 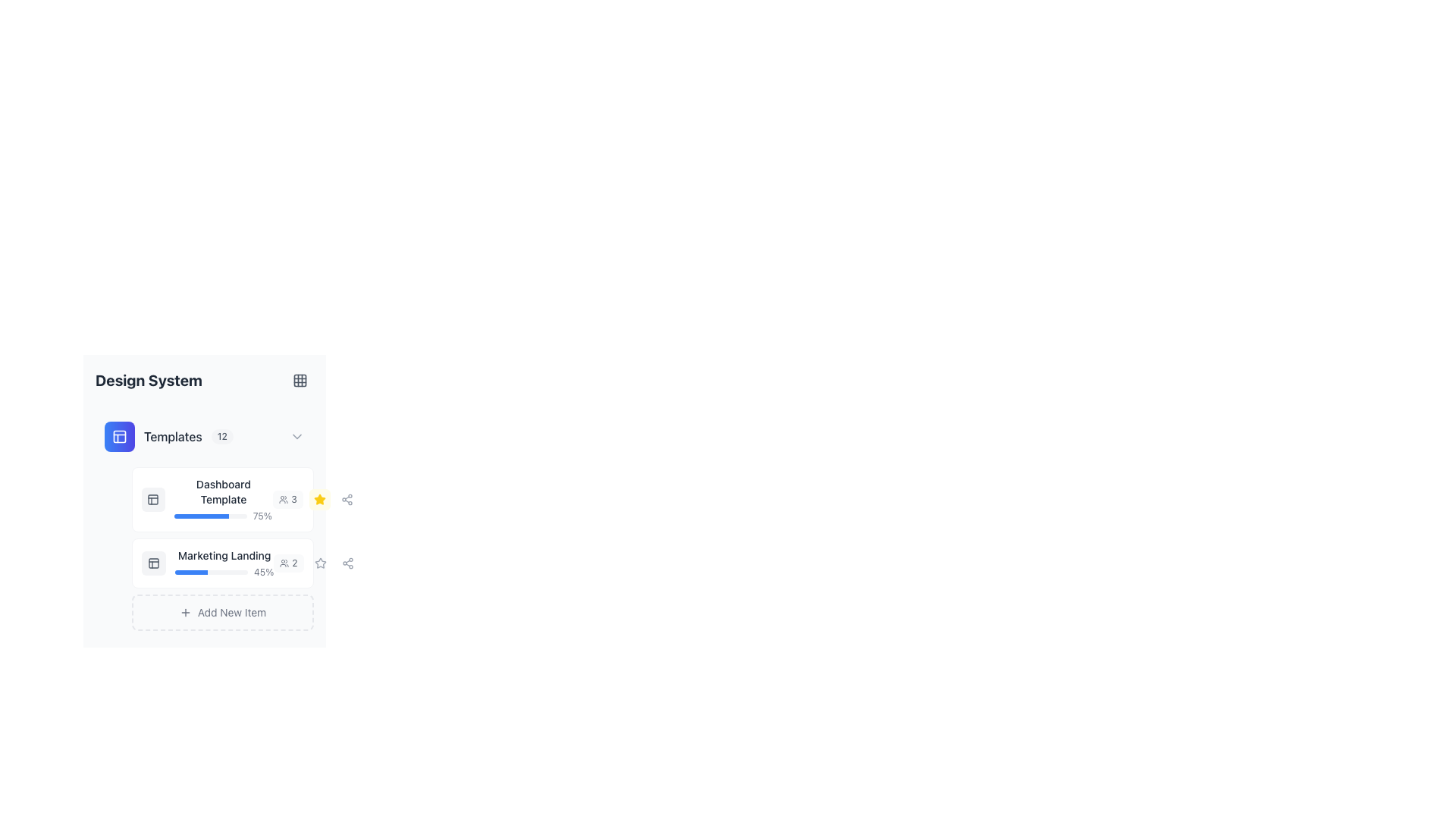 I want to click on the 'Templates' button with an icon and badge, so click(x=168, y=436).